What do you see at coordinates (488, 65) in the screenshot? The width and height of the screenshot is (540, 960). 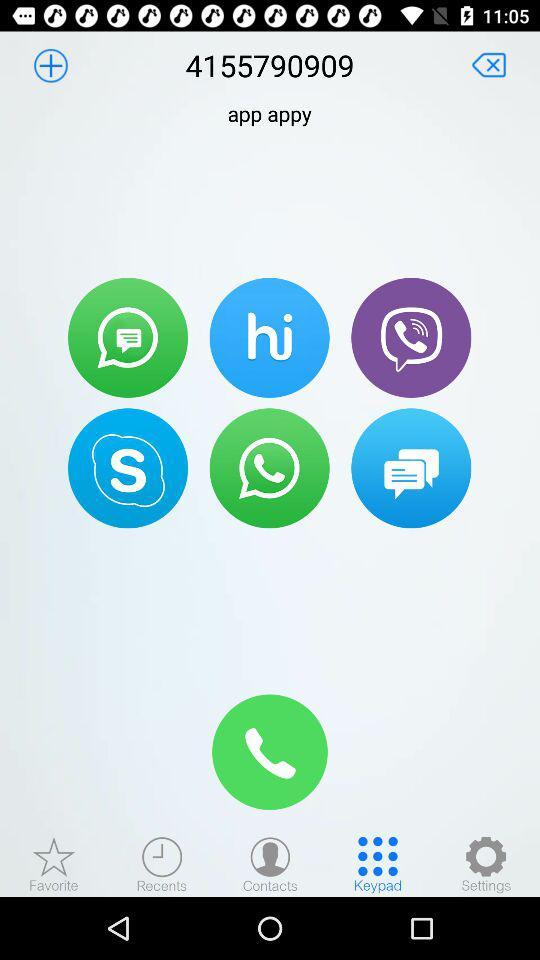 I see `screen` at bounding box center [488, 65].